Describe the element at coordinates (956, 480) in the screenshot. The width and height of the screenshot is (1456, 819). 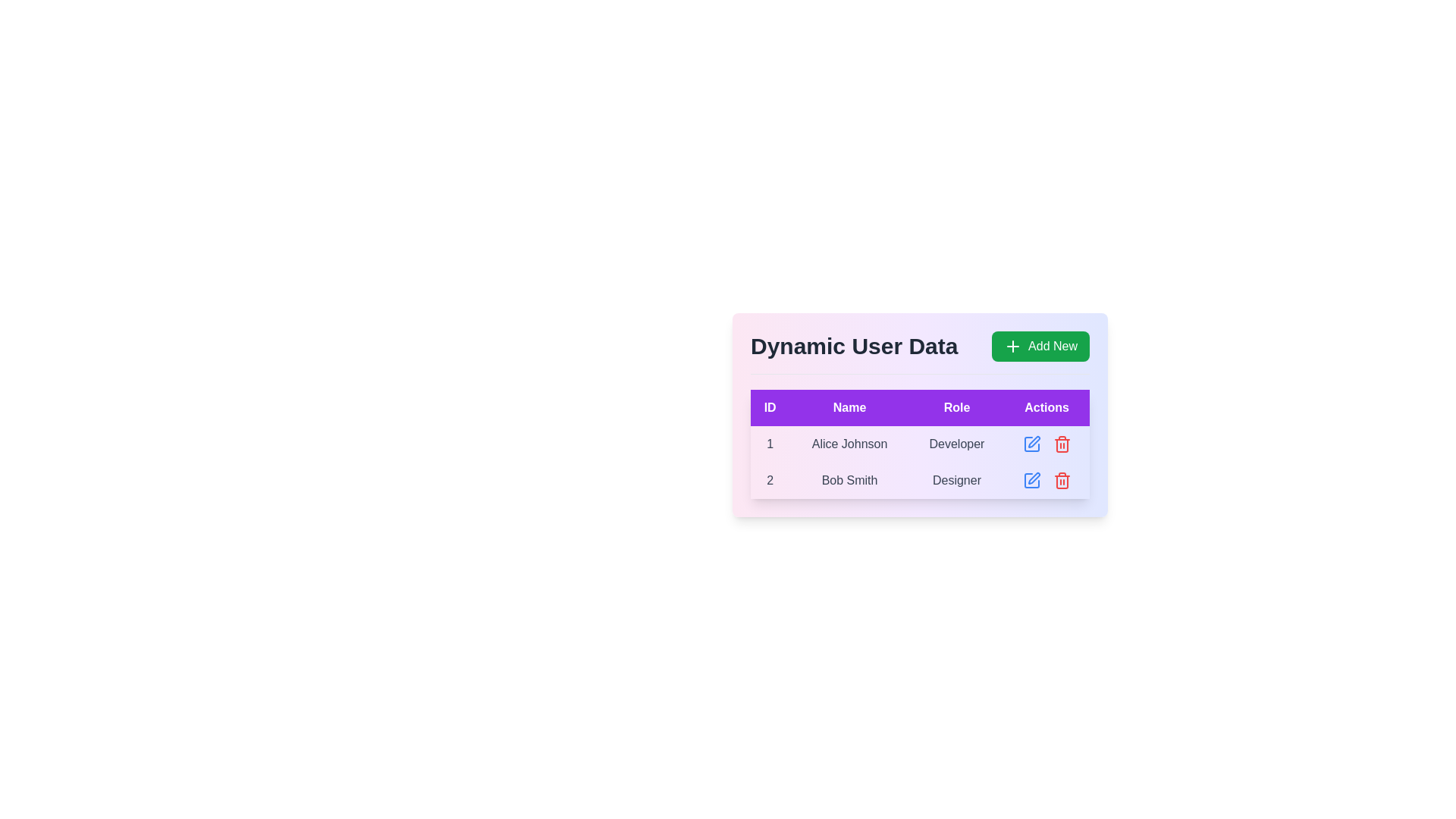
I see `the text label indicating the role of 'Bob Smith' in the second row of the table` at that location.